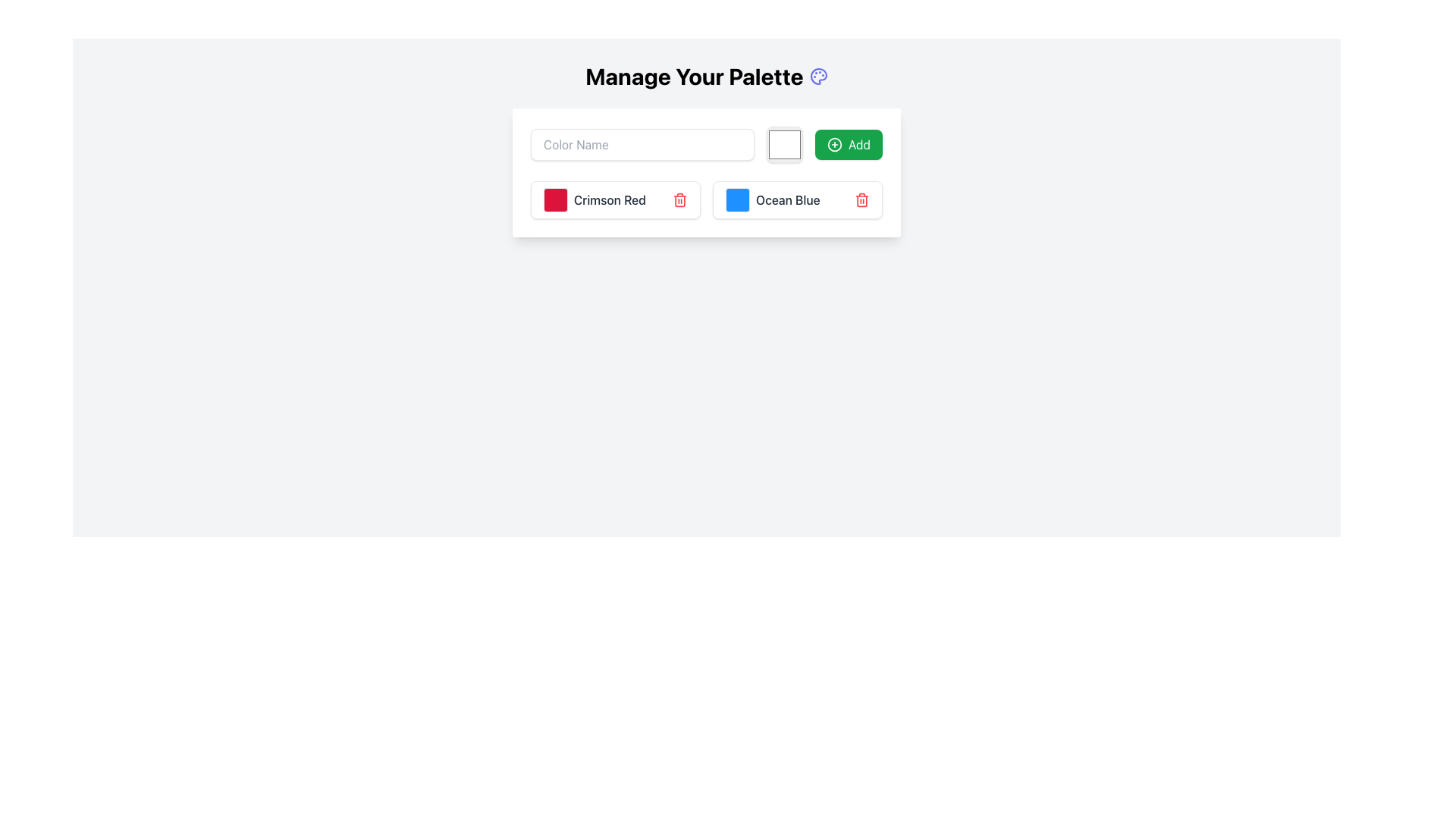  I want to click on the color option element labeled 'Ocean Blue', which is the second item in the list of color entries, featuring a color swatch on the left and text on the right, so click(773, 199).